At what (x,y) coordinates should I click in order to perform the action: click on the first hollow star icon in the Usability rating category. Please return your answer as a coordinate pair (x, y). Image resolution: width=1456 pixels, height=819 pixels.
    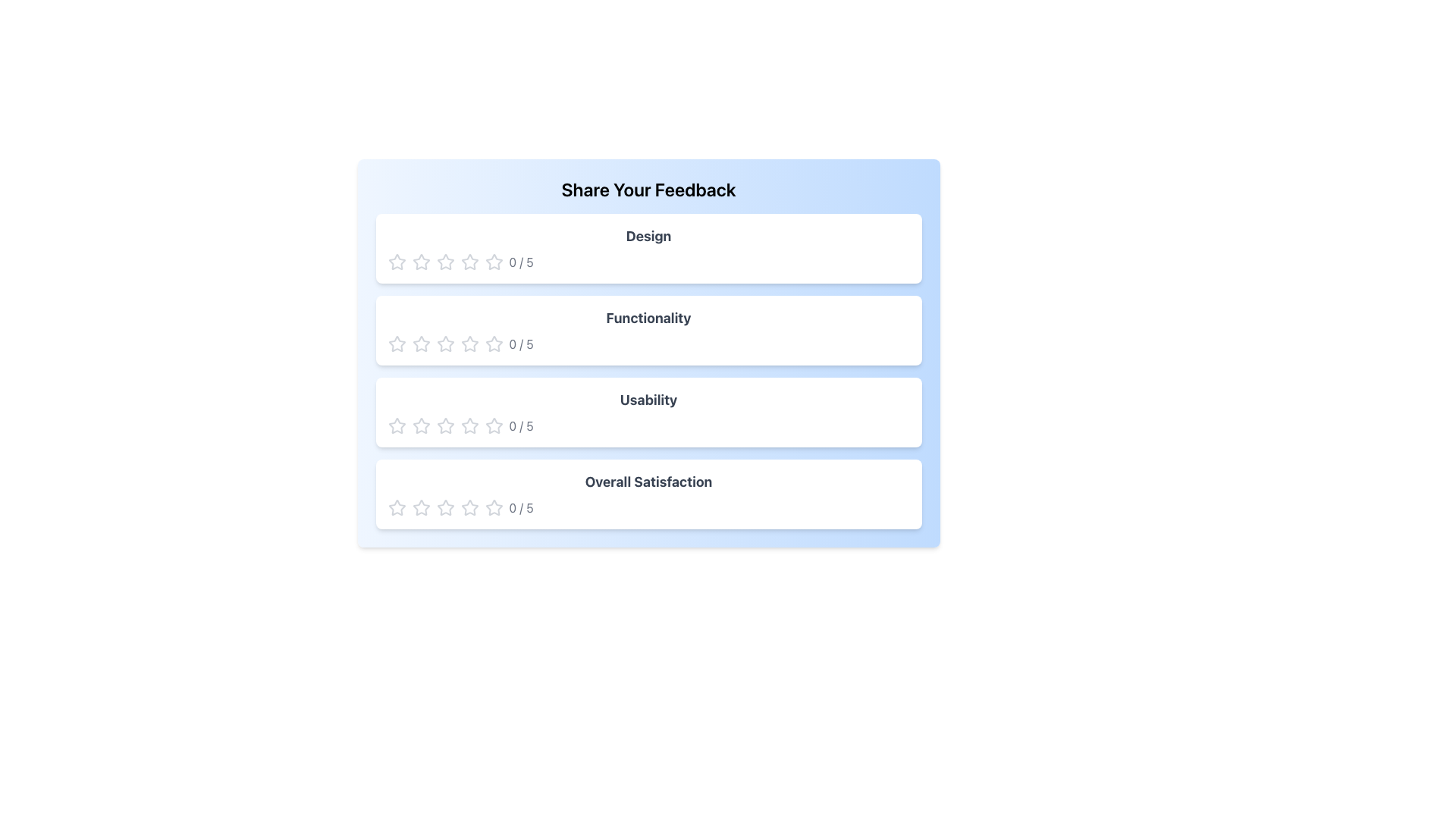
    Looking at the image, I should click on (444, 425).